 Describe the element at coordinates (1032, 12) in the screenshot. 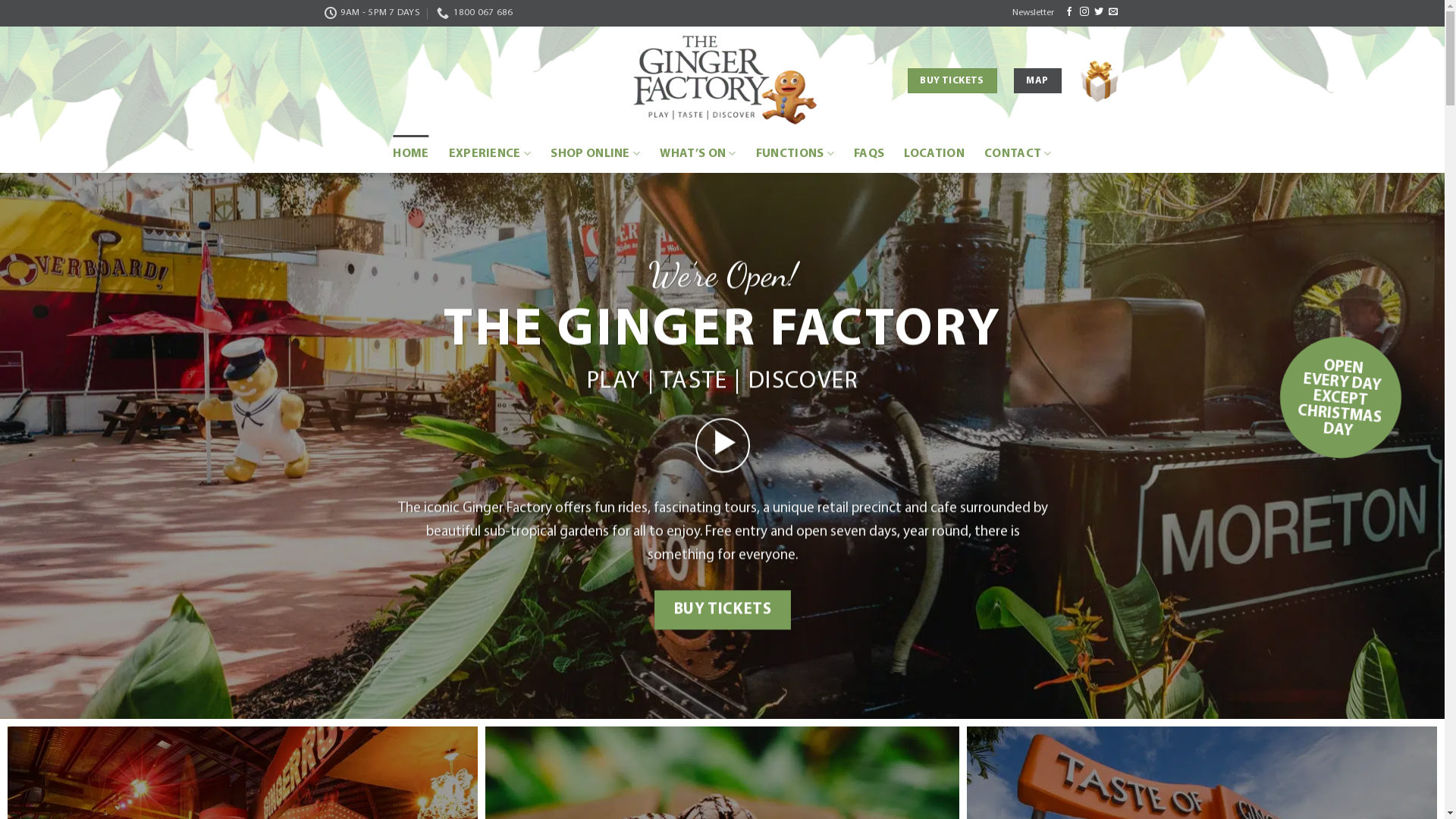

I see `'Newsletter'` at that location.